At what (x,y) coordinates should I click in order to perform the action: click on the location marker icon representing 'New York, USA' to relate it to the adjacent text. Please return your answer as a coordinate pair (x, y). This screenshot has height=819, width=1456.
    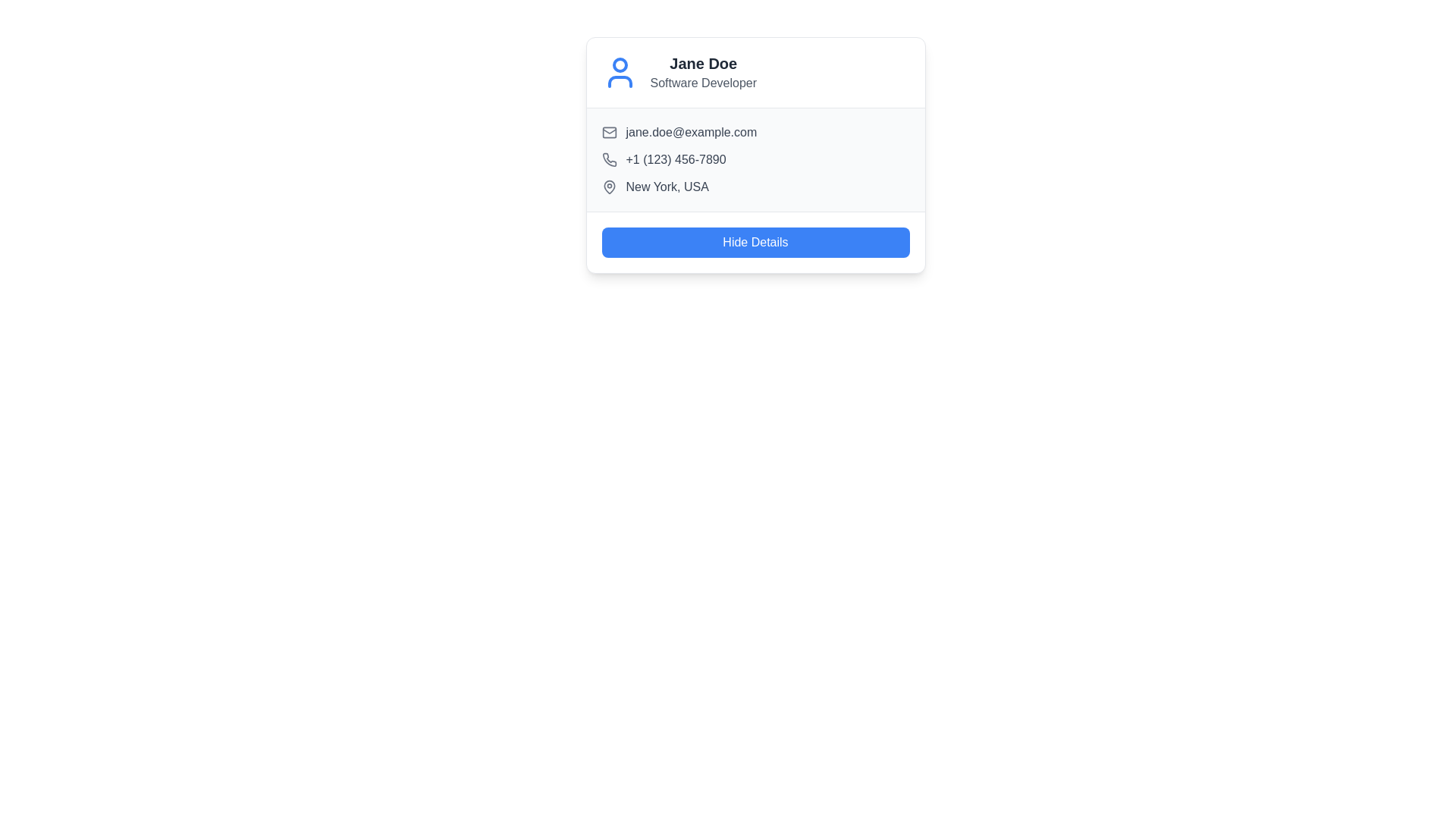
    Looking at the image, I should click on (609, 186).